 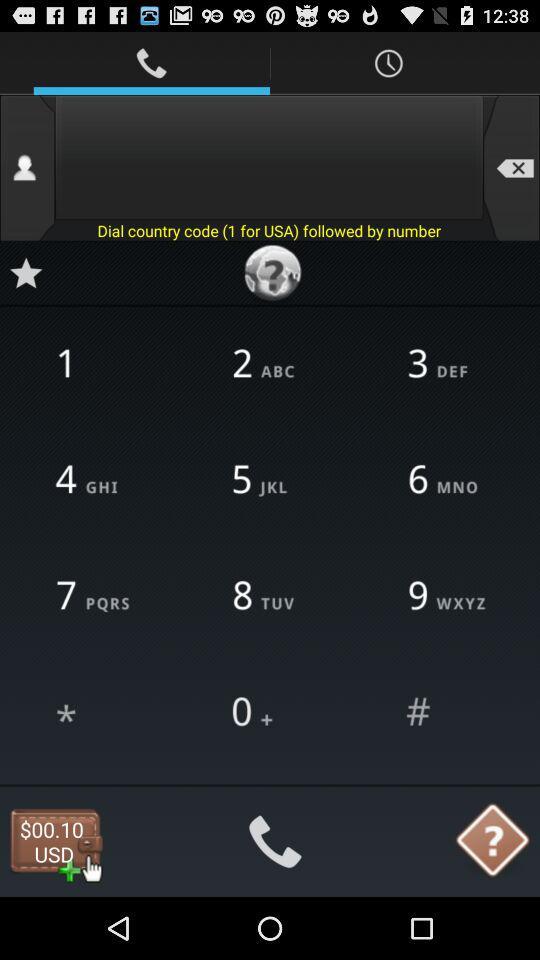 What do you see at coordinates (25, 290) in the screenshot?
I see `the star icon` at bounding box center [25, 290].